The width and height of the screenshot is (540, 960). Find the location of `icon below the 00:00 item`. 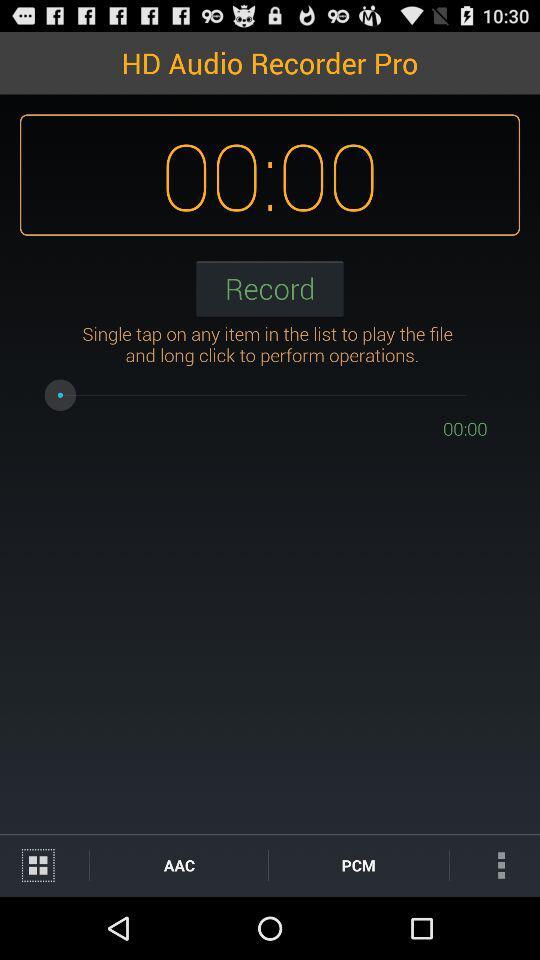

icon below the 00:00 item is located at coordinates (357, 864).